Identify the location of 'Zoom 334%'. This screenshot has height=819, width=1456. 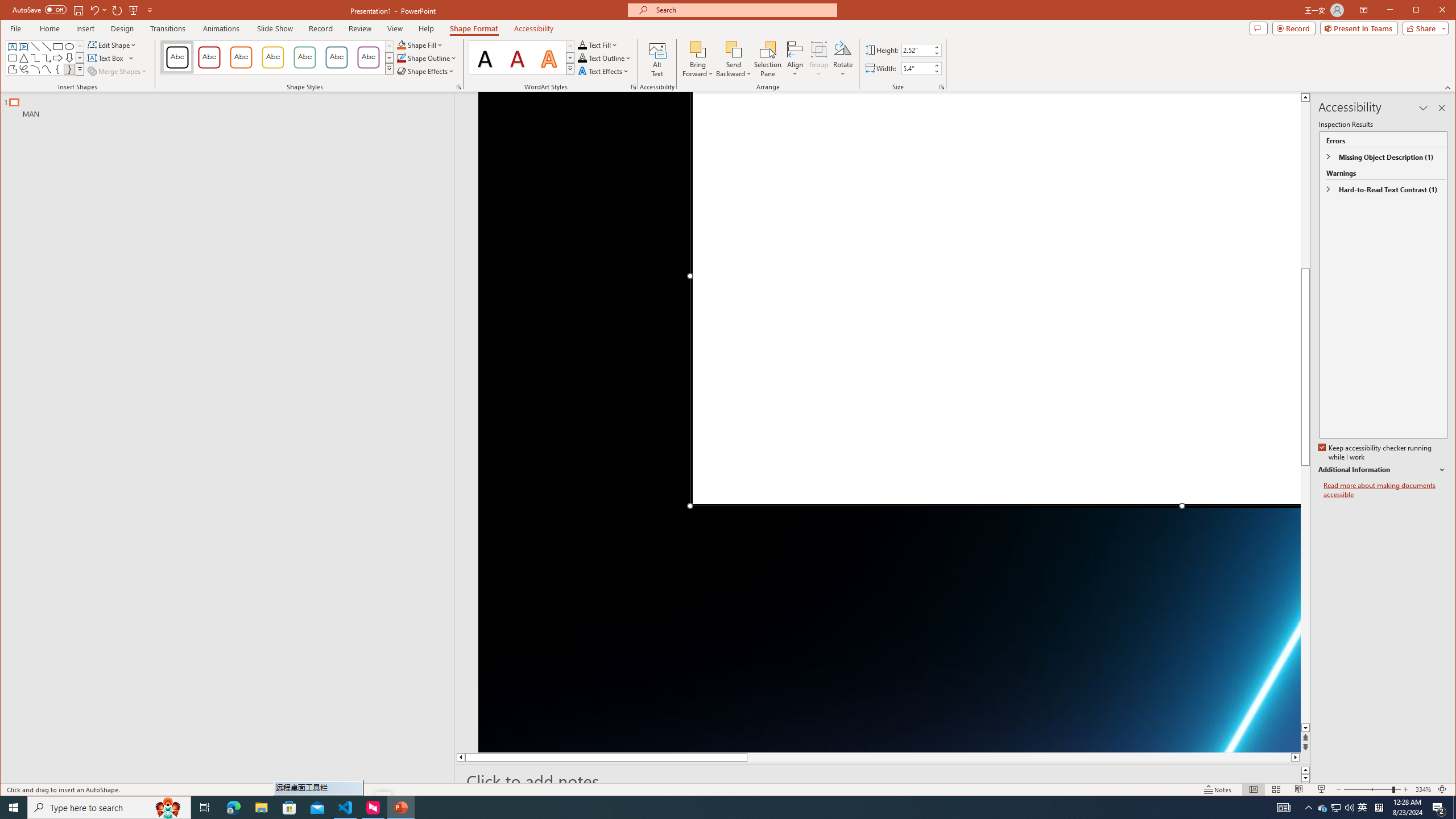
(1423, 789).